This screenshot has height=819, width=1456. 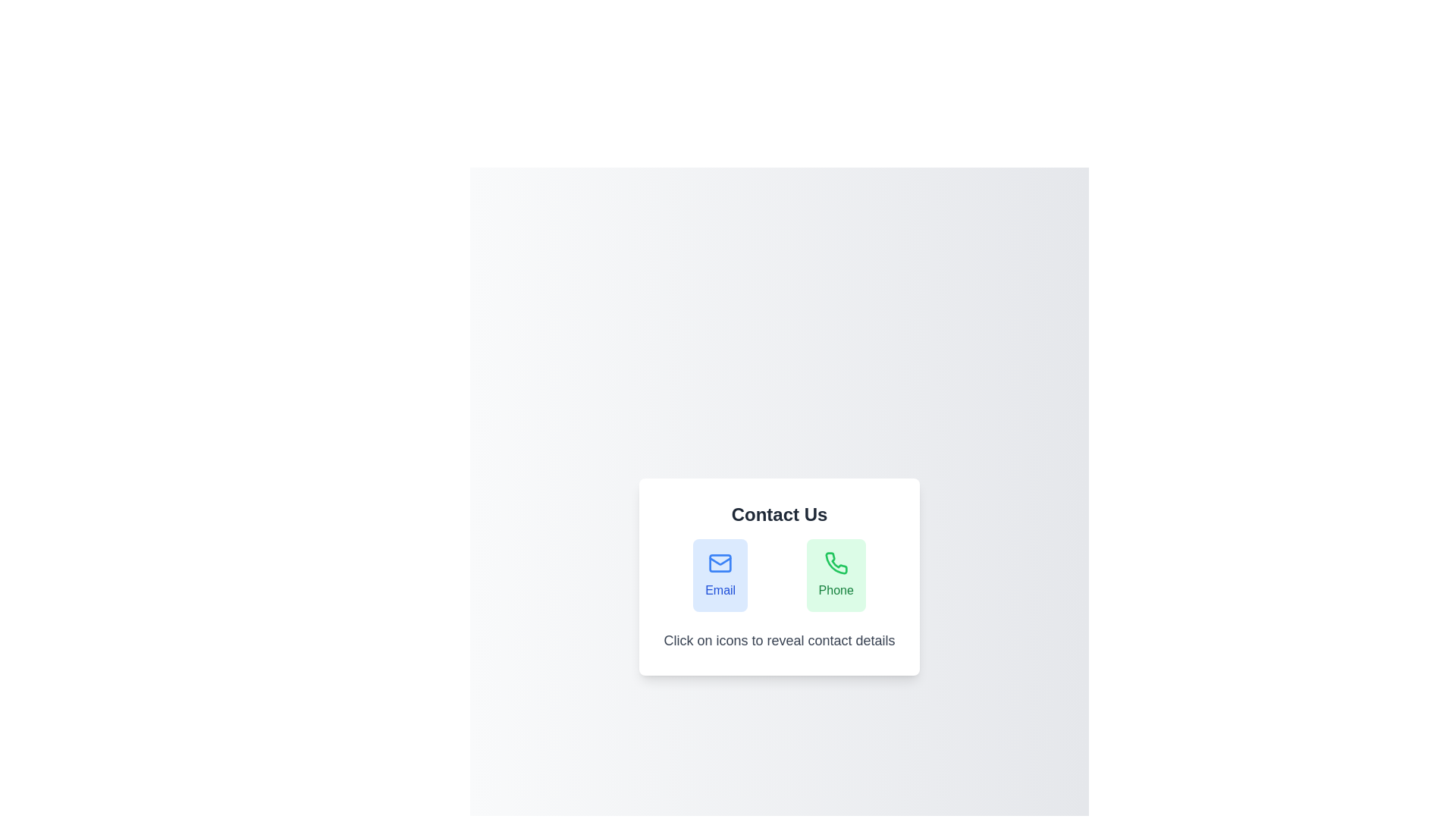 I want to click on the green phone icon with a minimalistic style located within a green square background, so click(x=835, y=563).